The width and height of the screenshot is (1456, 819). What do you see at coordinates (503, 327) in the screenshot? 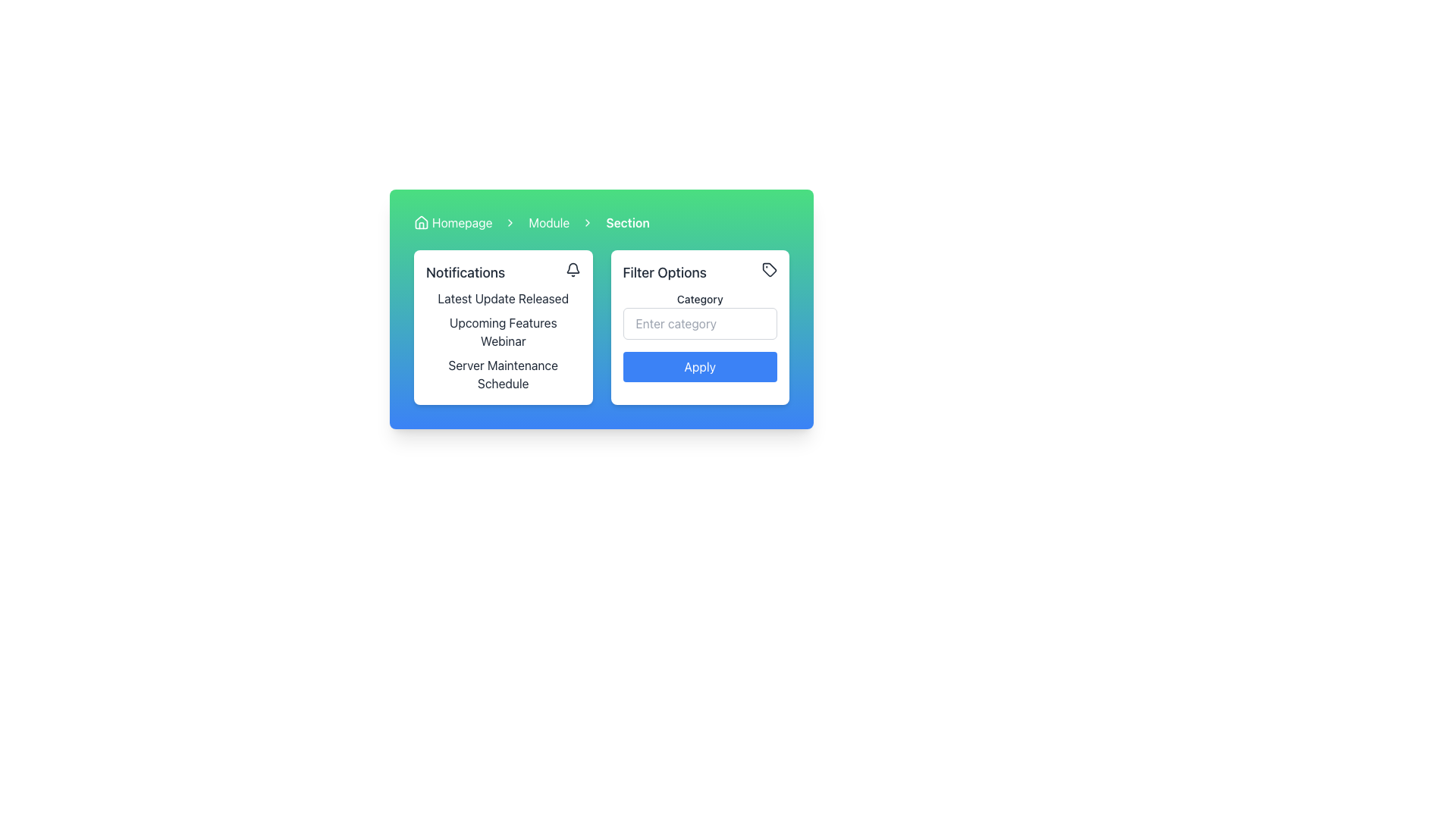
I see `notifications displayed in the white rectangular box labeled 'Notifications', which contains a heading and three lines of text representing updates` at bounding box center [503, 327].